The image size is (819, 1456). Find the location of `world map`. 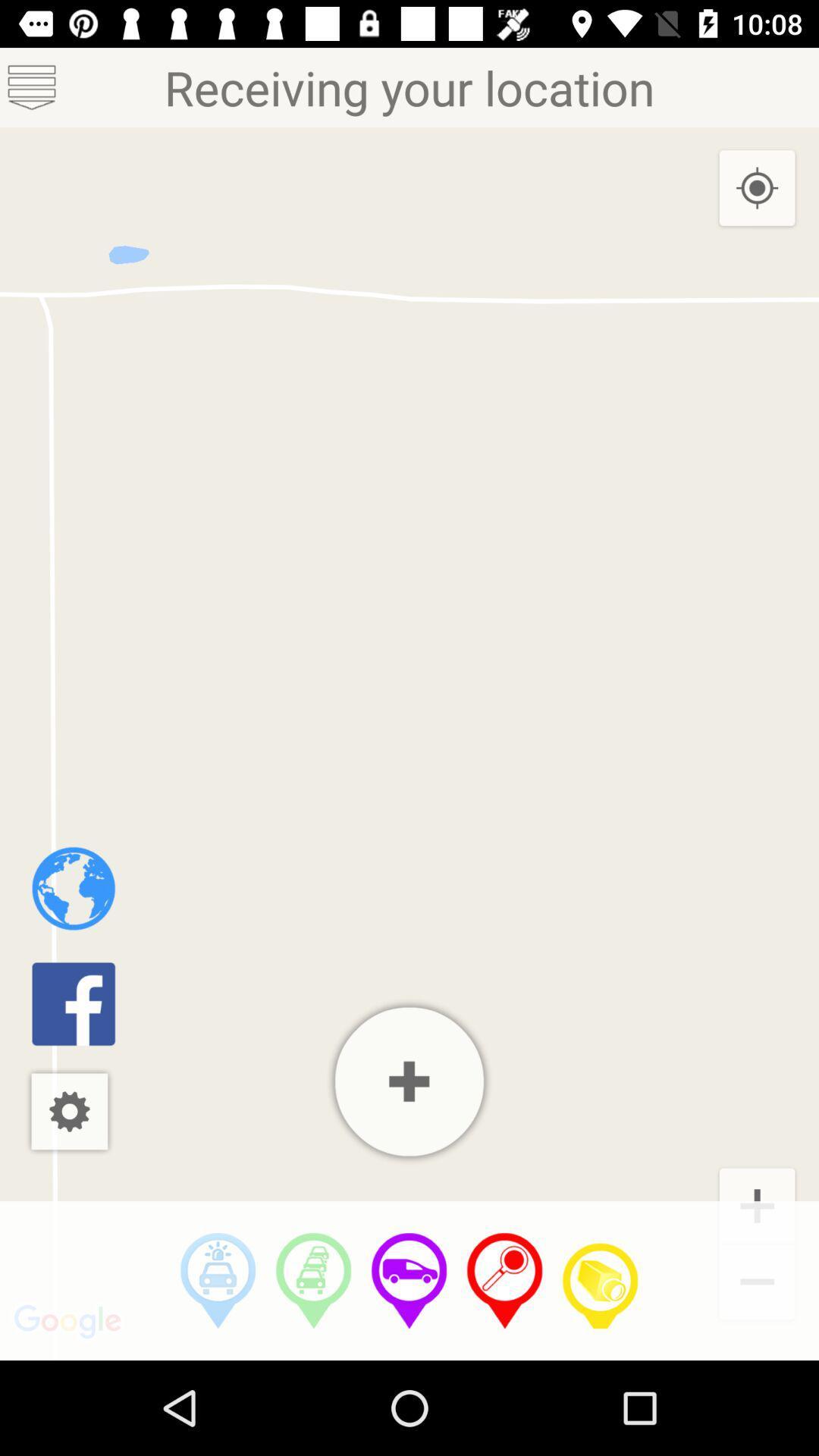

world map is located at coordinates (74, 888).